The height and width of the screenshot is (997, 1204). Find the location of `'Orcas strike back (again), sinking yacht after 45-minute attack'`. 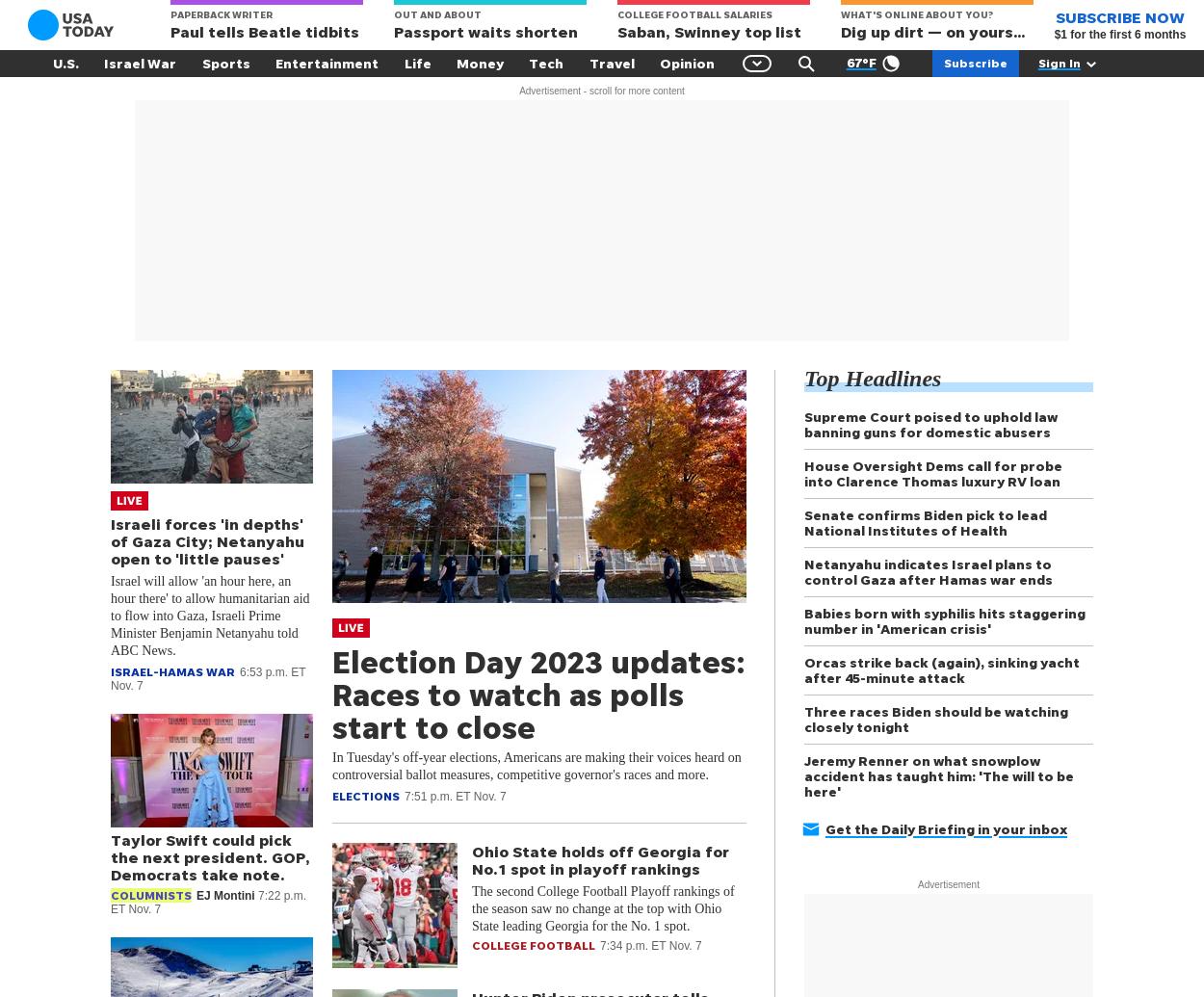

'Orcas strike back (again), sinking yacht after 45-minute attack' is located at coordinates (941, 669).